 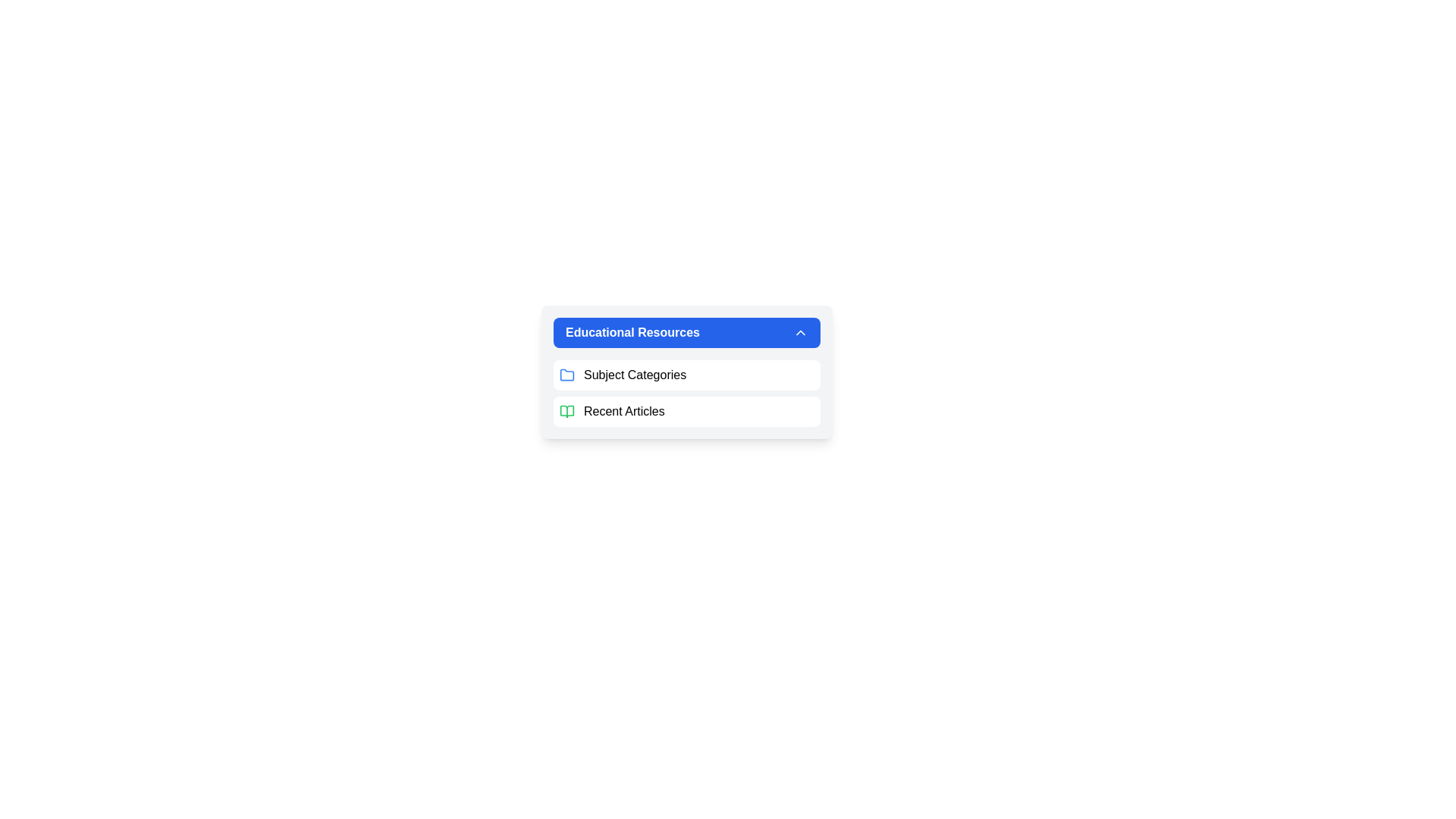 I want to click on the visual indicator icon for the 'Subject Categories' option, which is positioned to the left of the text 'Subject Categories', so click(x=566, y=375).